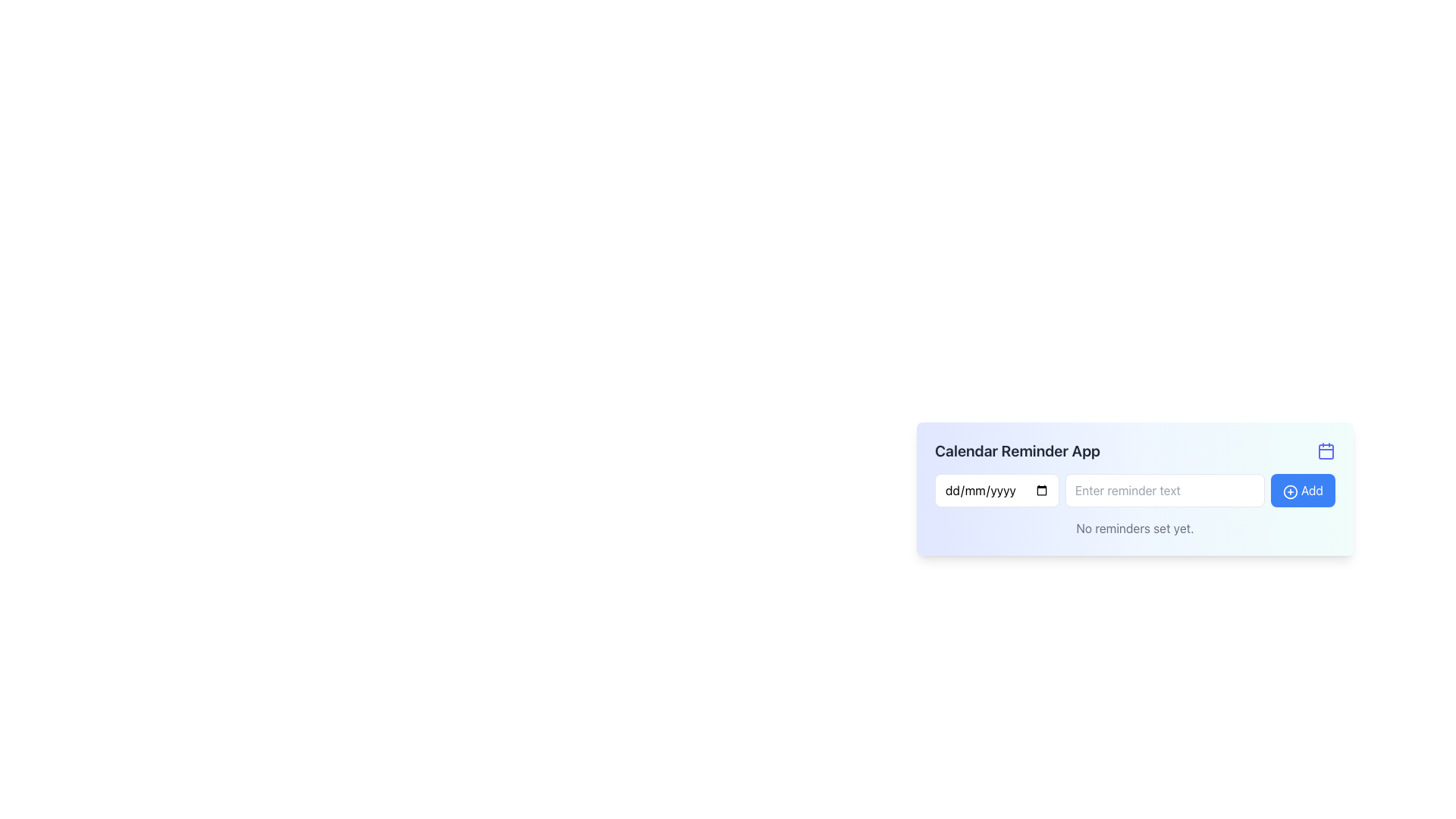  Describe the element at coordinates (1325, 451) in the screenshot. I see `the SVG rectangle element that represents the inner content area of the calendar icon` at that location.